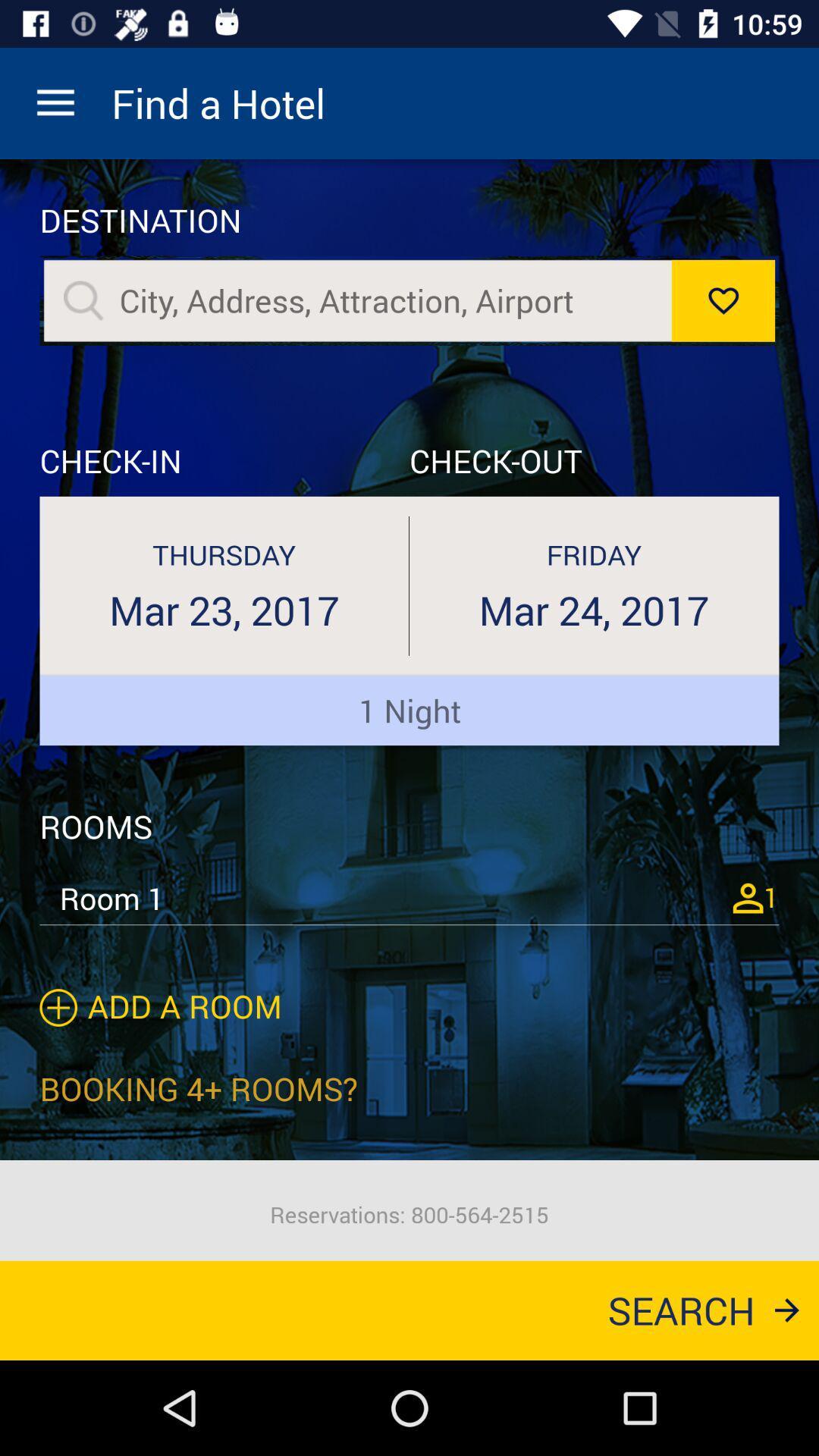 The image size is (819, 1456). What do you see at coordinates (387, 300) in the screenshot?
I see `search box` at bounding box center [387, 300].